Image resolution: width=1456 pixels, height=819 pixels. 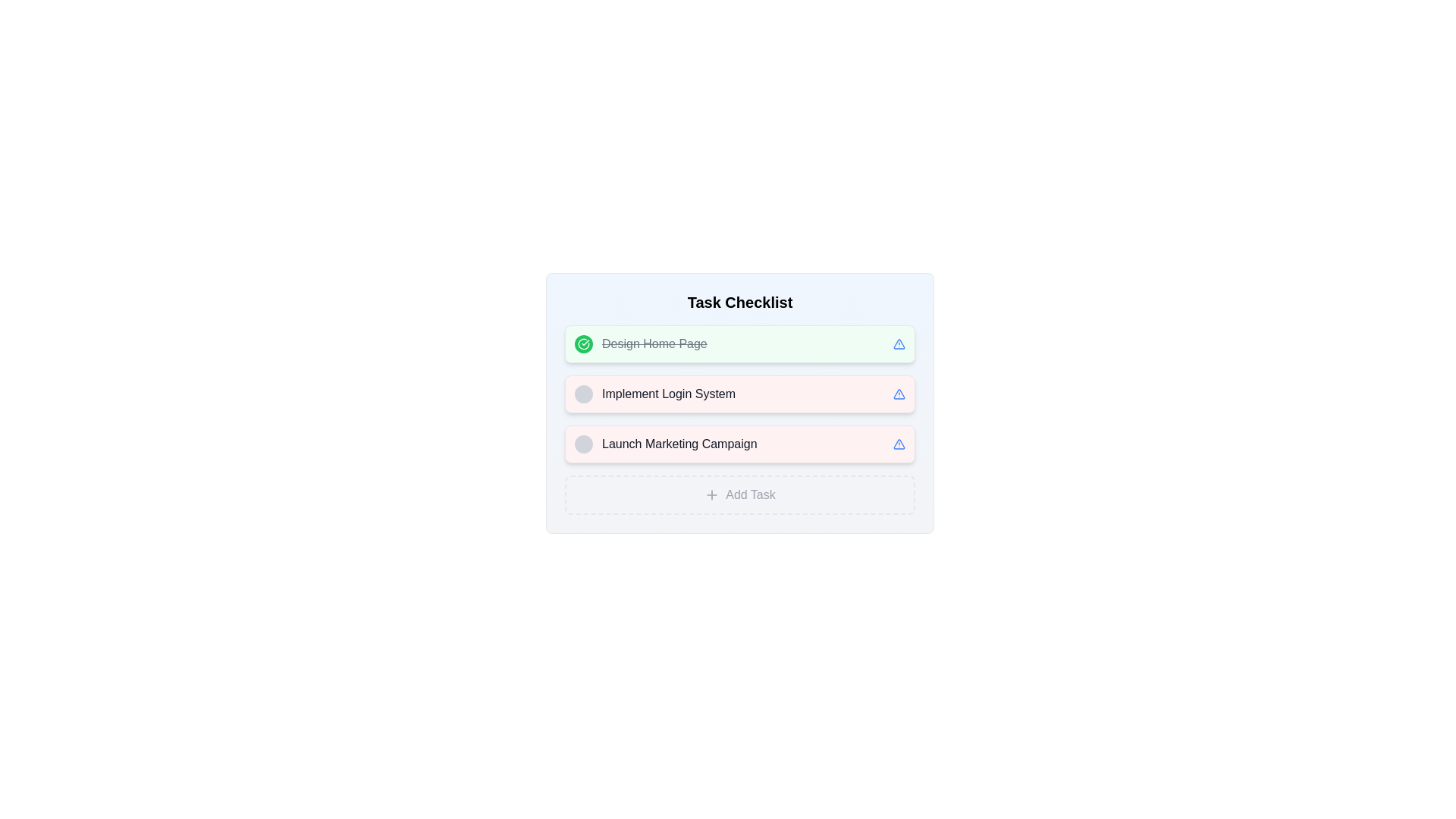 I want to click on the circular button with a gray background located to the left of the 'Implement Login System' text in the second row of the checklist interface, so click(x=582, y=394).